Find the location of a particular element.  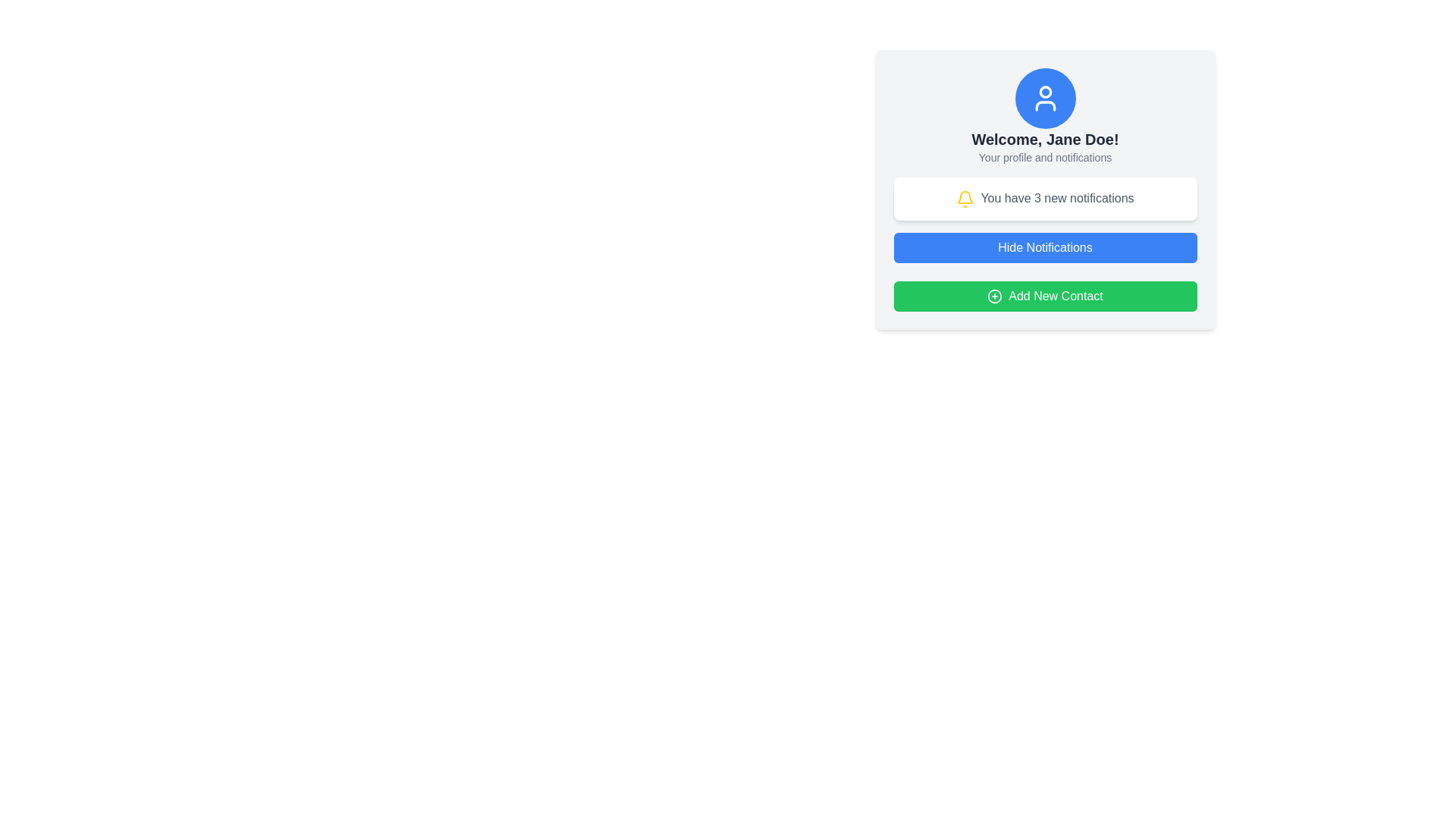

the small circular icon with a plus symbol inside it, which is styled to appear as a button and is located to the left of the 'Add New Contact' button text is located at coordinates (995, 296).